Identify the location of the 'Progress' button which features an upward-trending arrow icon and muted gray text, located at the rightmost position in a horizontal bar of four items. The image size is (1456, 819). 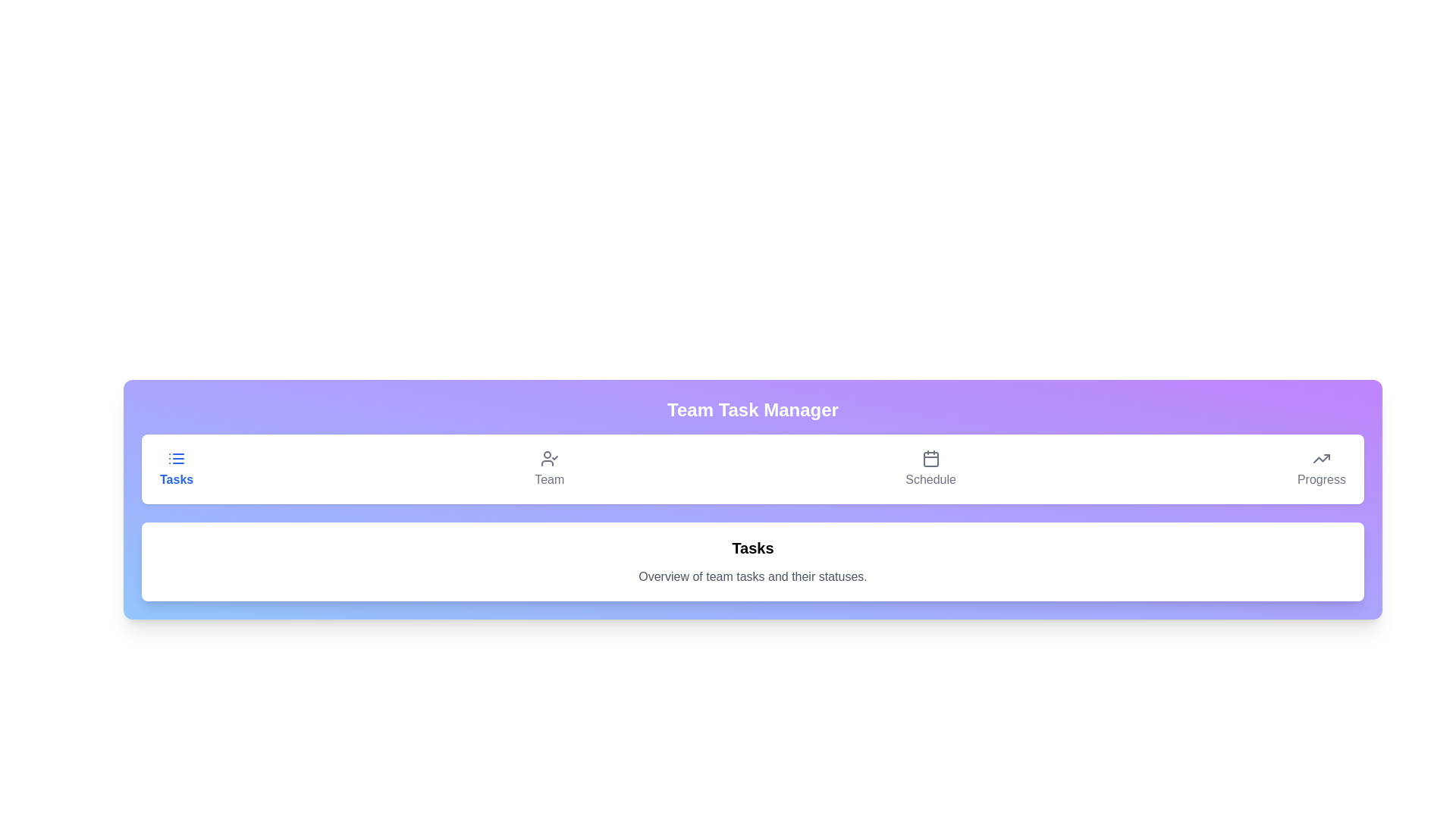
(1320, 468).